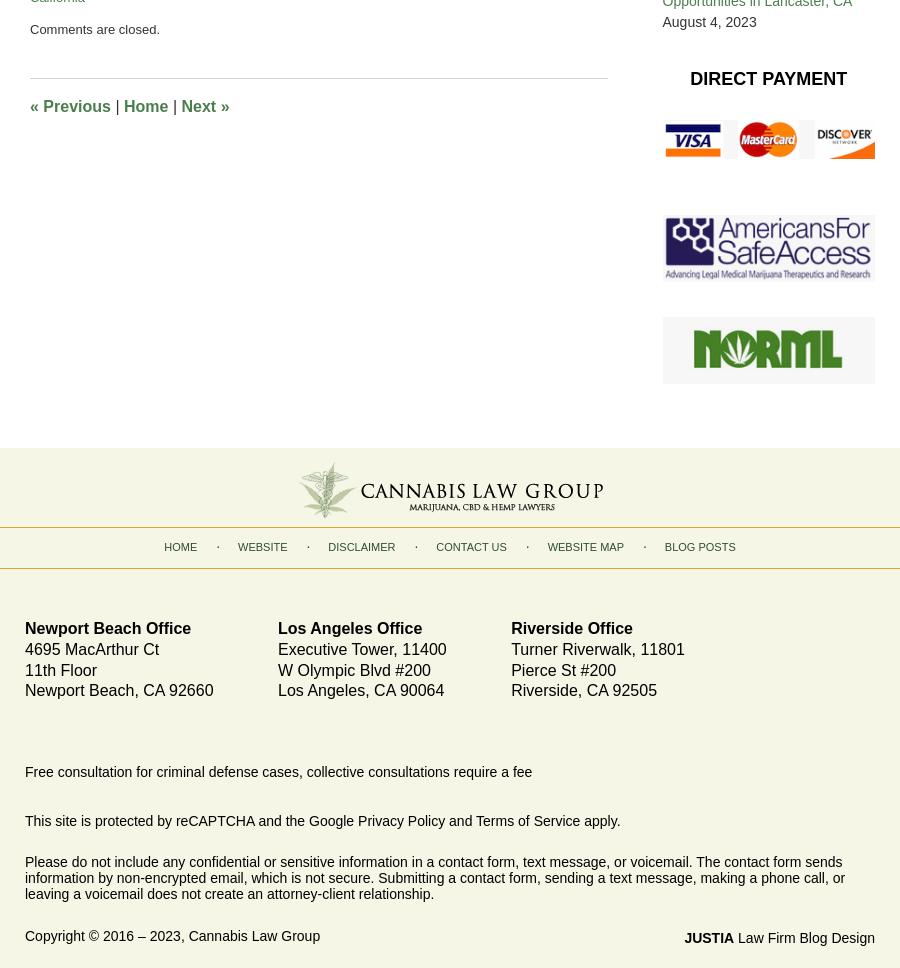 The image size is (900, 968). Describe the element at coordinates (24, 627) in the screenshot. I see `'Newport Beach Office'` at that location.